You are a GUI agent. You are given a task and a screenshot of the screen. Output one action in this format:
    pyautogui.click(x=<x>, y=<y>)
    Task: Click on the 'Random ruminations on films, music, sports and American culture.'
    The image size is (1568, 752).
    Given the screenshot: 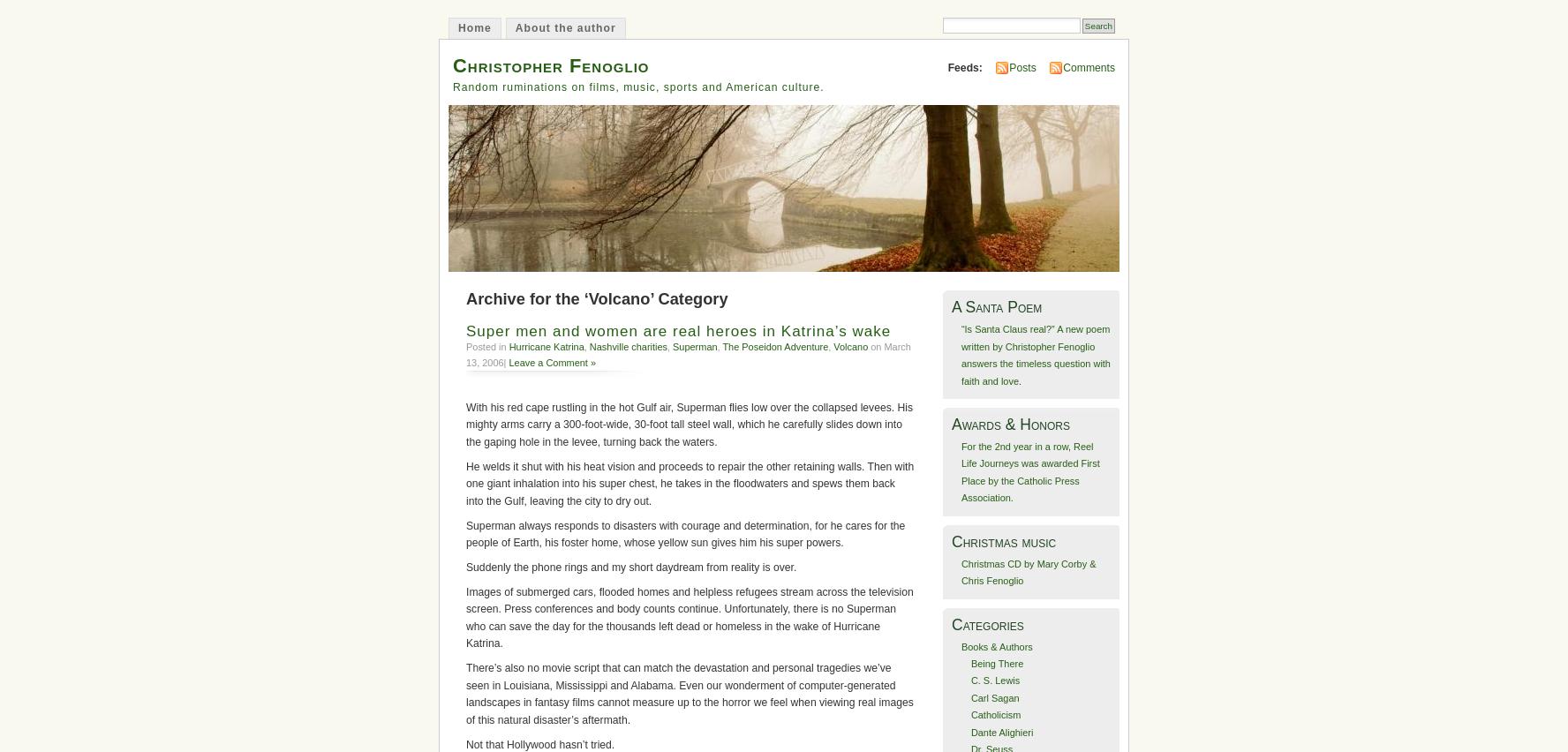 What is the action you would take?
    pyautogui.click(x=638, y=85)
    